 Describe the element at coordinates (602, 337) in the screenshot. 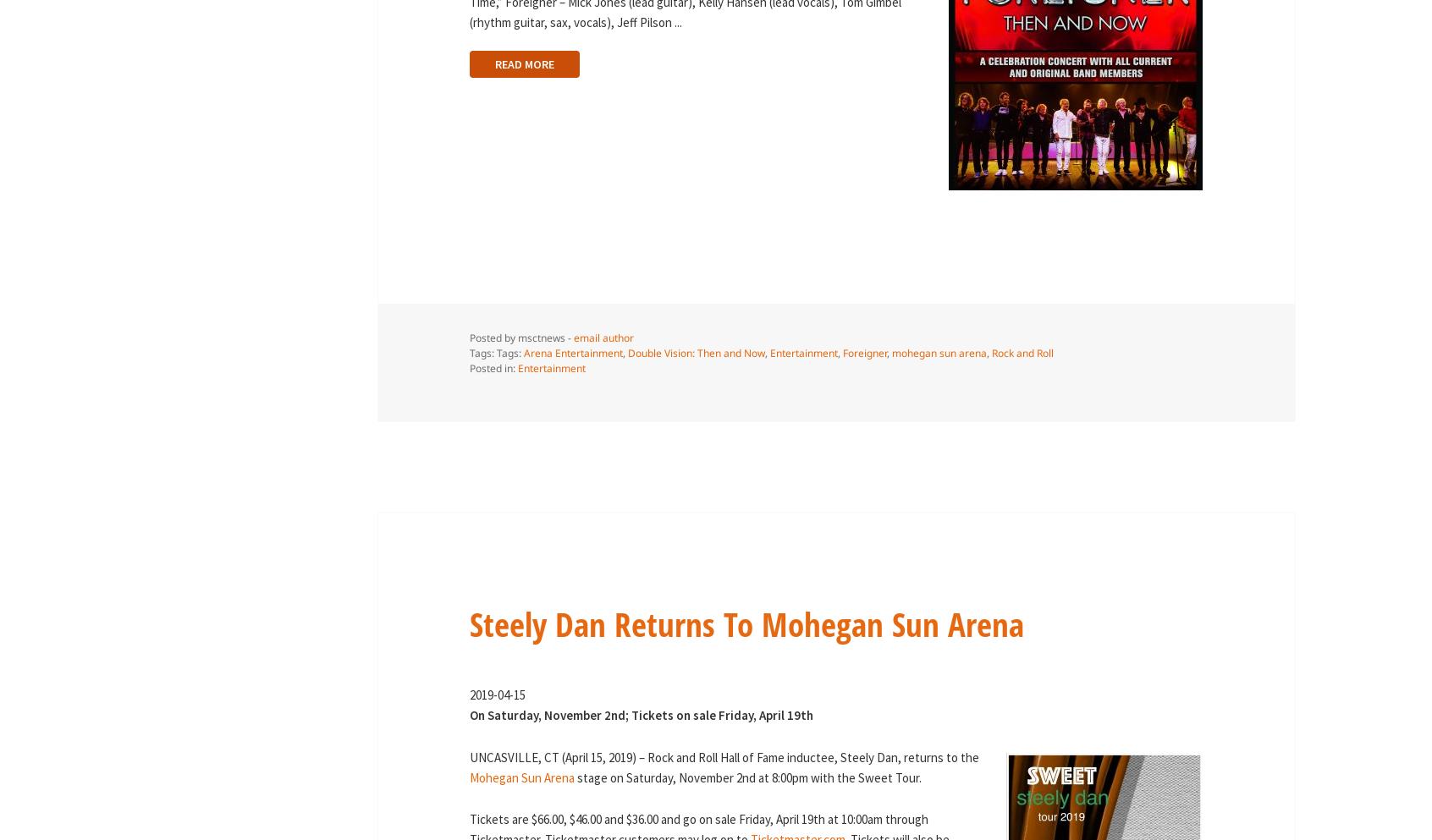

I see `'email author'` at that location.